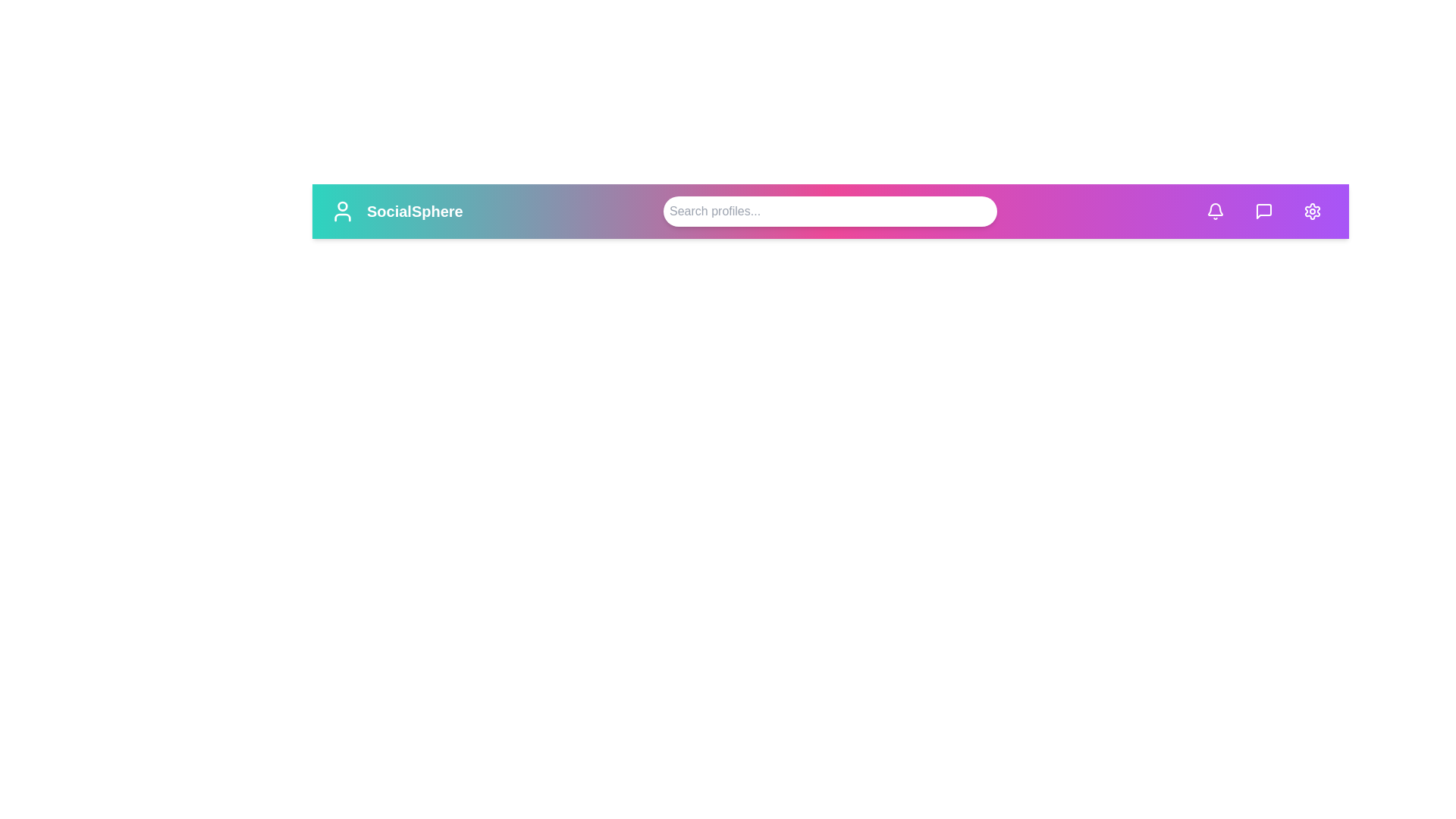 This screenshot has height=819, width=1456. Describe the element at coordinates (415, 211) in the screenshot. I see `the 'SocialSphere' title area to observe its content` at that location.